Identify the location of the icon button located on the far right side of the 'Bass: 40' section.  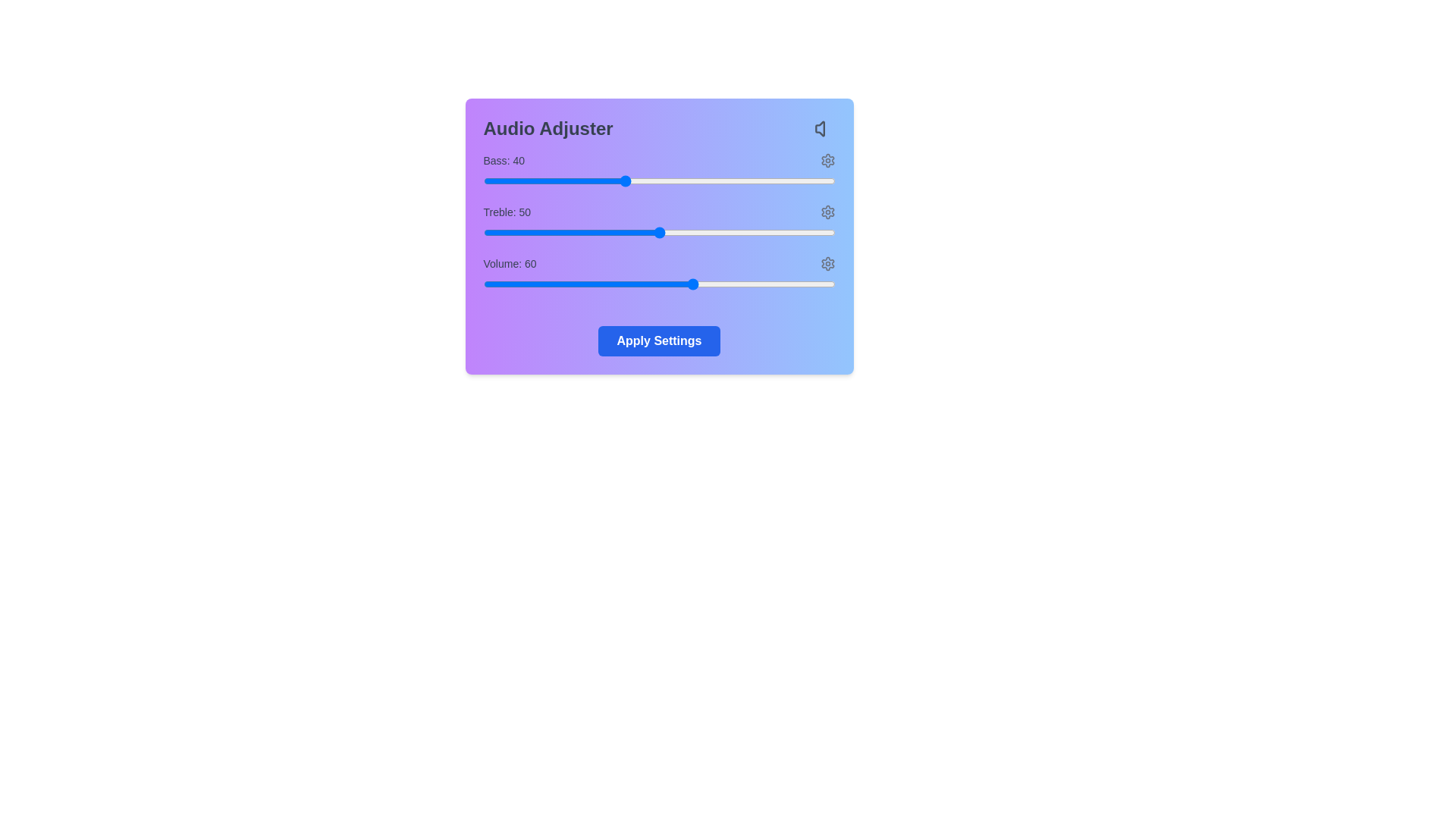
(827, 161).